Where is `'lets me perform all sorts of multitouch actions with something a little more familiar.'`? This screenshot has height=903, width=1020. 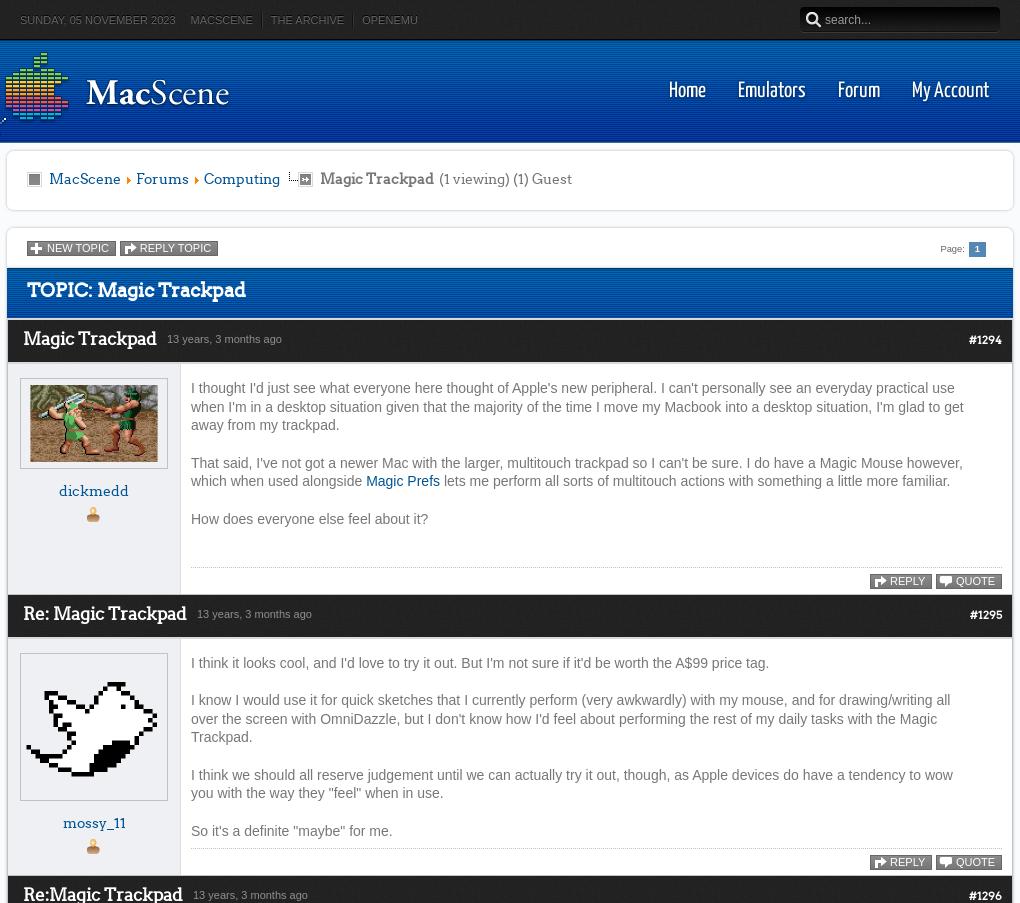
'lets me perform all sorts of multitouch actions with something a little more familiar.' is located at coordinates (694, 481).